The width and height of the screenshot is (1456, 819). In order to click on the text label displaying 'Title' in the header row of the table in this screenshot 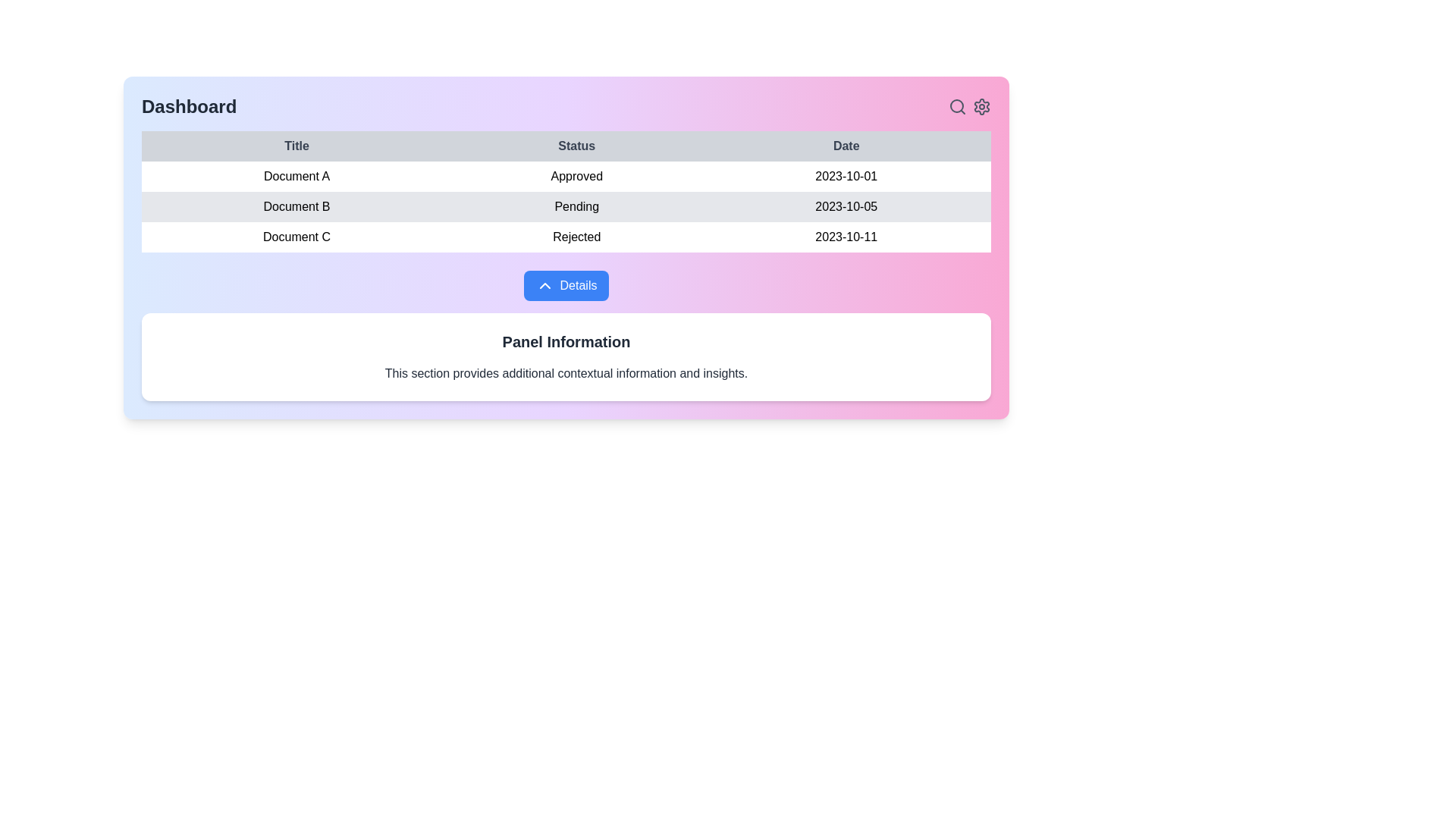, I will do `click(297, 146)`.